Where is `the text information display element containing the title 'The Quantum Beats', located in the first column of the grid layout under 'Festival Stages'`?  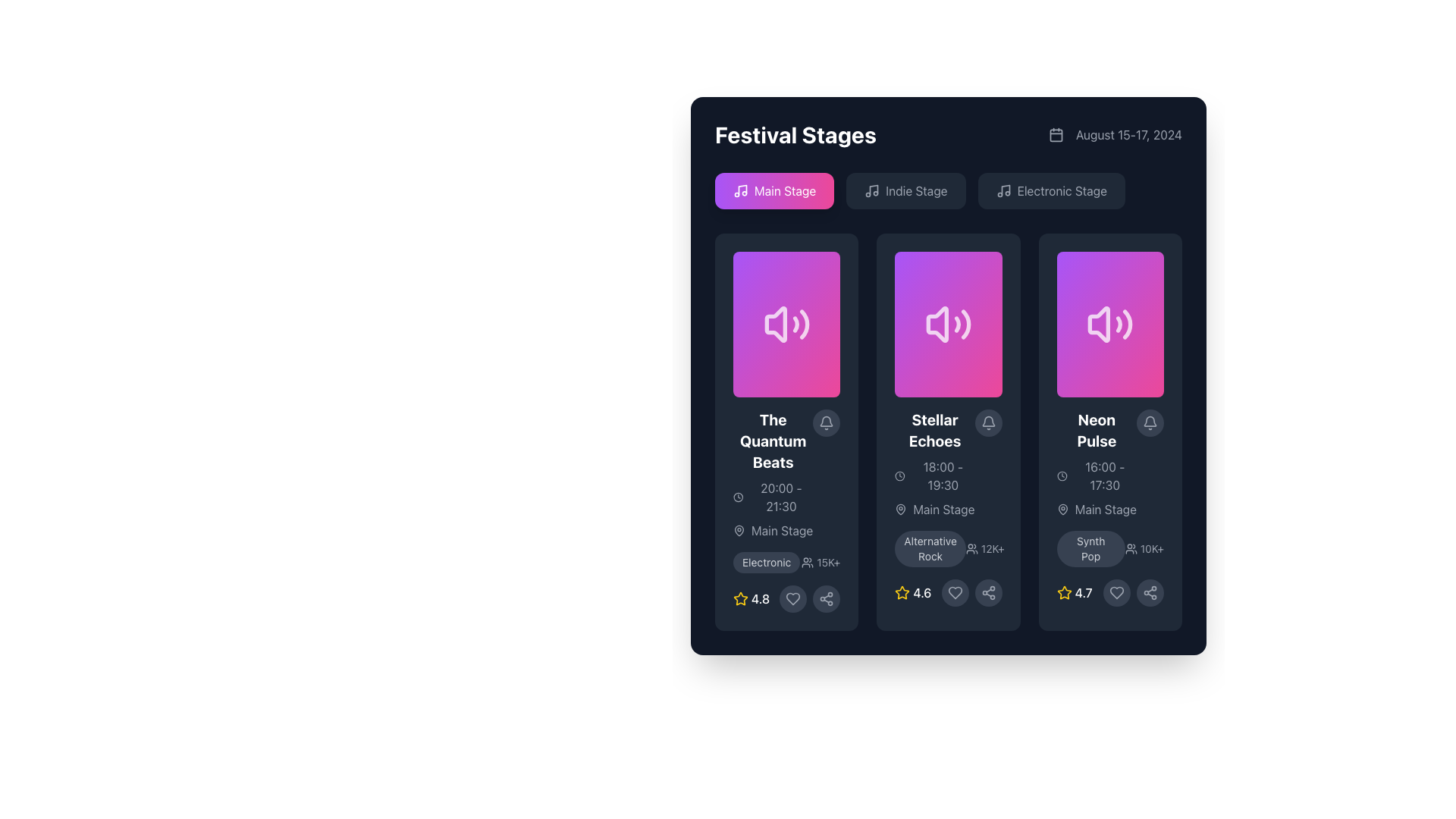 the text information display element containing the title 'The Quantum Beats', located in the first column of the grid layout under 'Festival Stages' is located at coordinates (786, 473).